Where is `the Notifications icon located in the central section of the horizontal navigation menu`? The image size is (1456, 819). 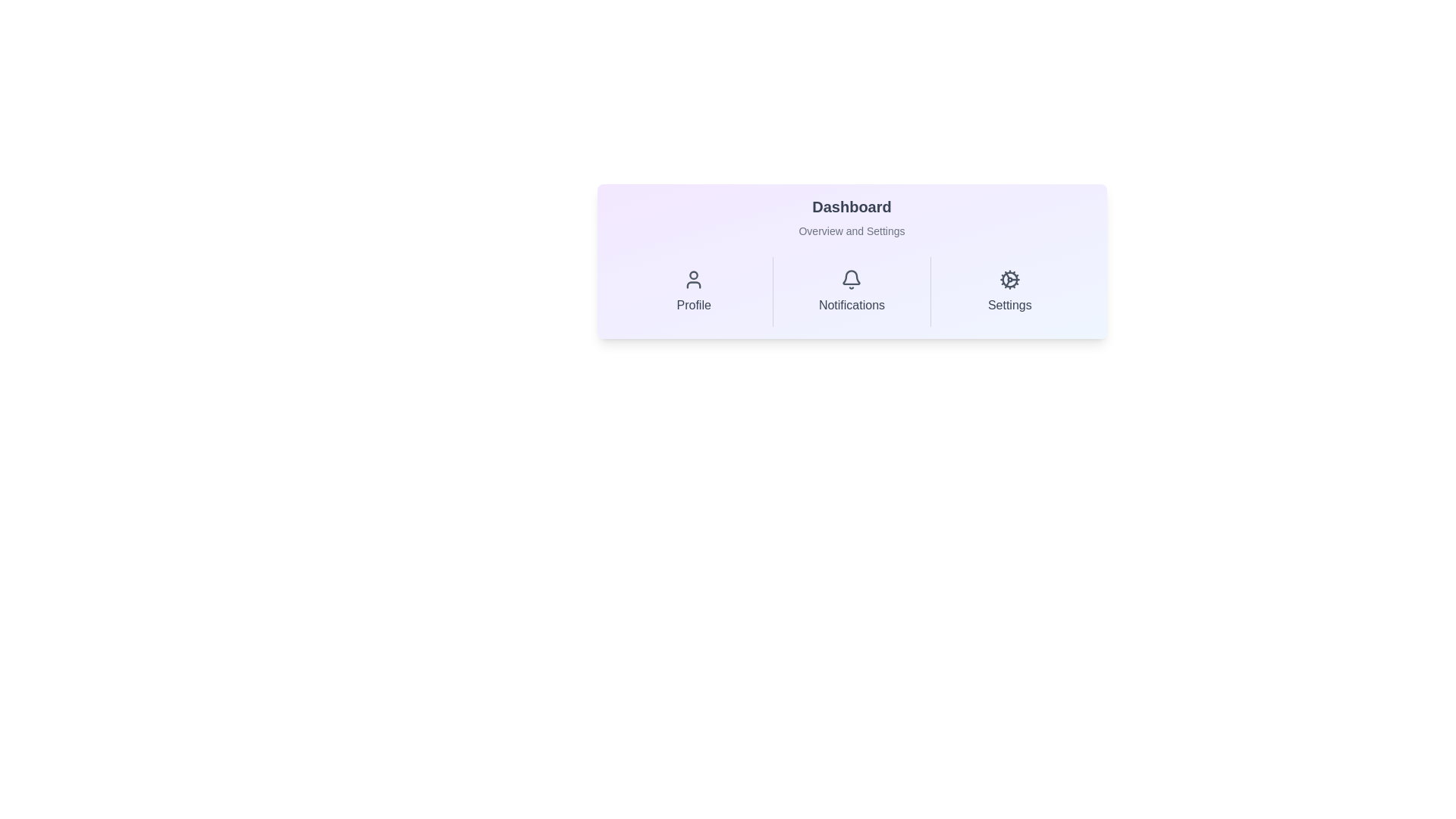
the Notifications icon located in the central section of the horizontal navigation menu is located at coordinates (852, 280).